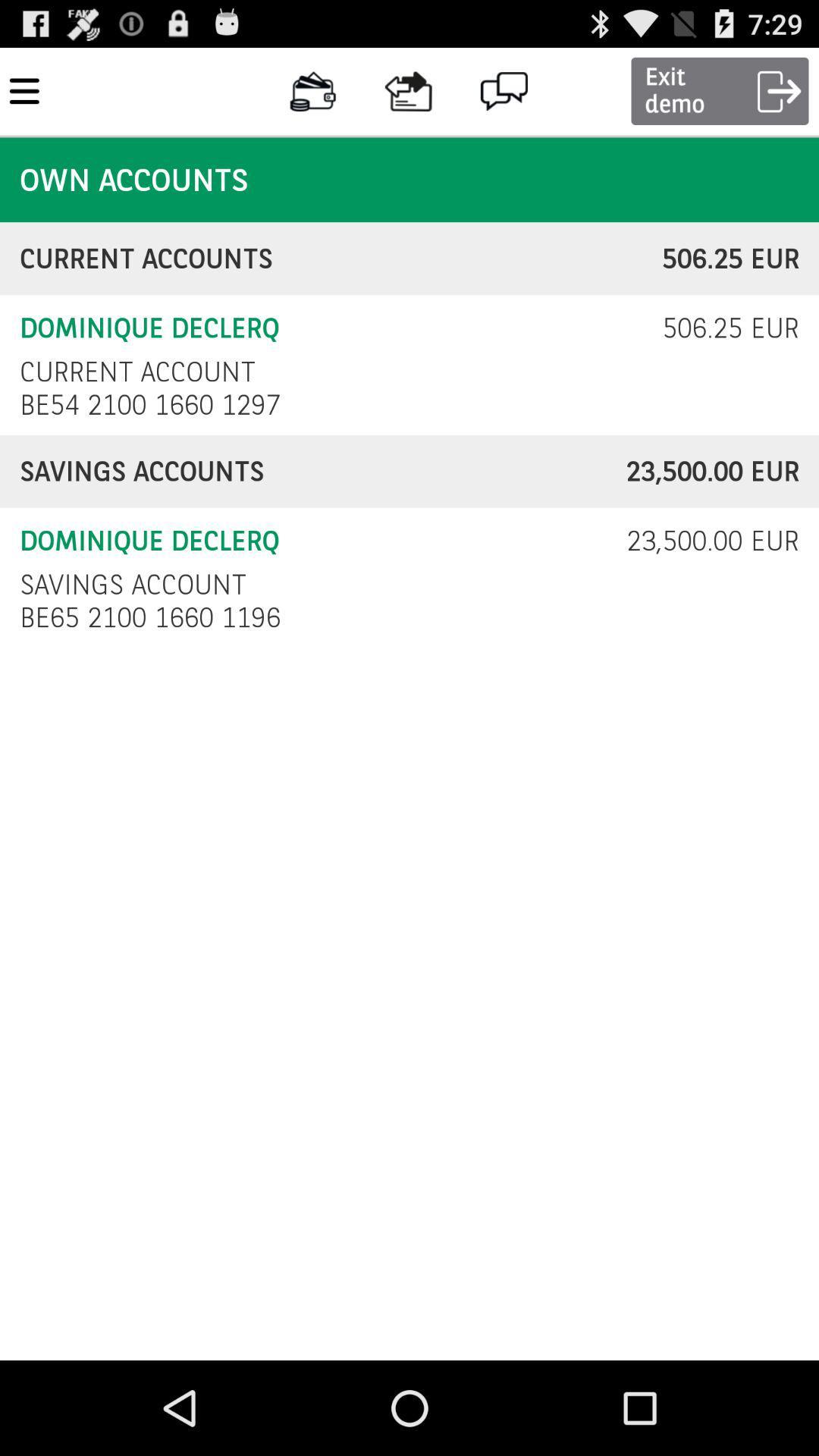 This screenshot has width=819, height=1456. What do you see at coordinates (312, 90) in the screenshot?
I see `the button on the right next to the top left corner button on the web page` at bounding box center [312, 90].